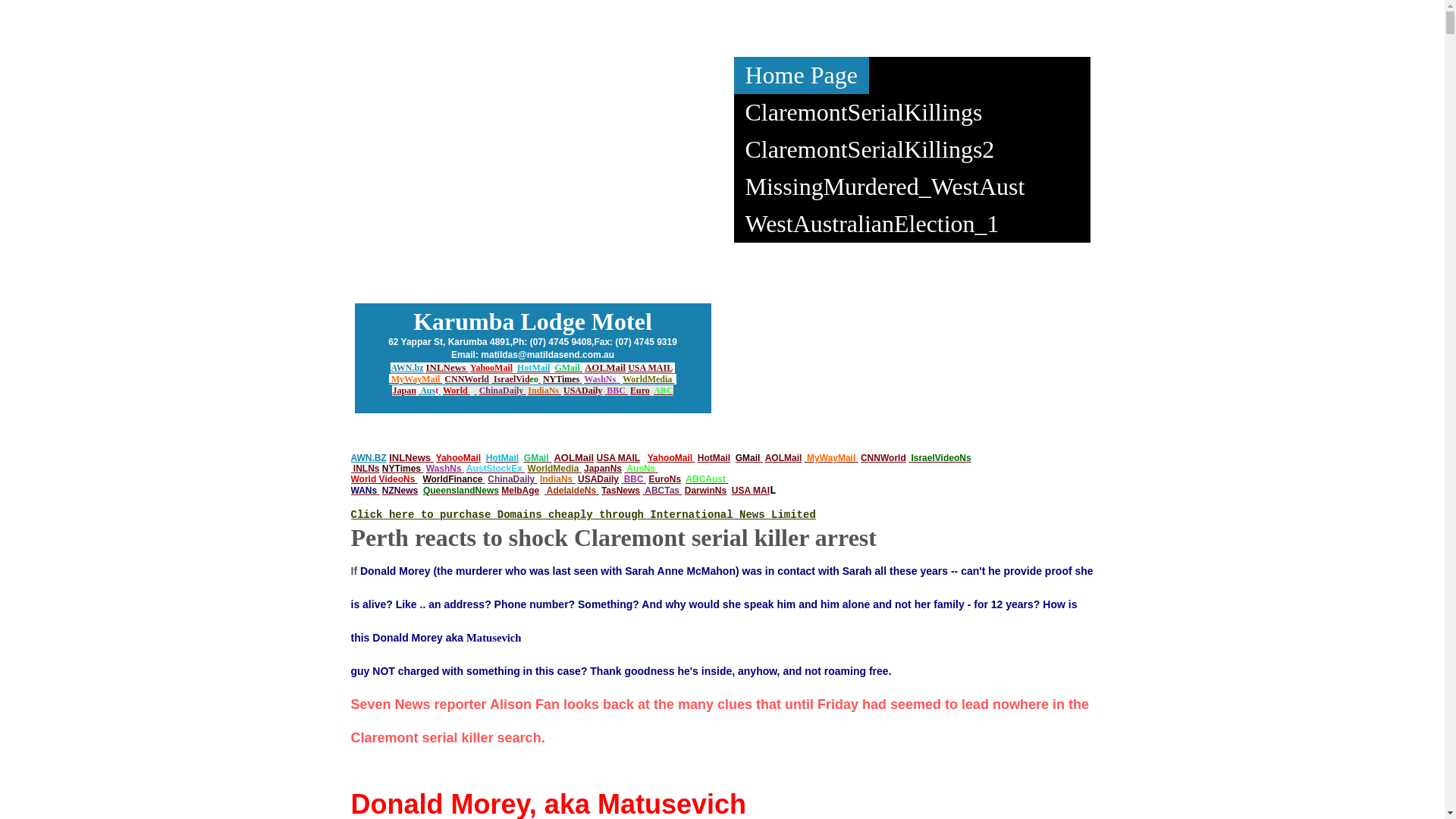  I want to click on 'IsraelVideoNs', so click(940, 457).